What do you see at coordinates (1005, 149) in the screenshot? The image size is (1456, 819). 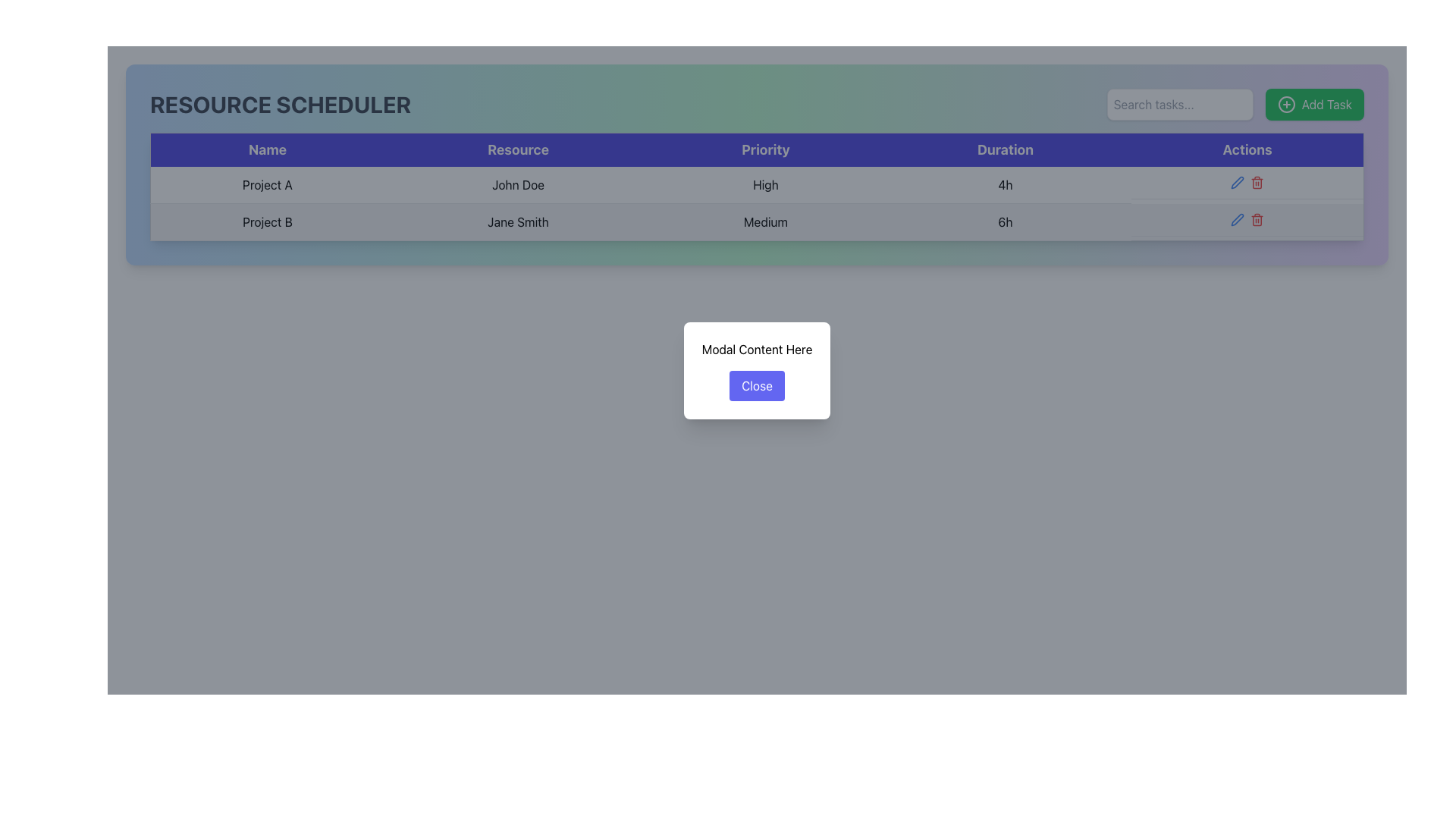 I see `the 'Duration' column header text label, which is the fourth column header in a table structure` at bounding box center [1005, 149].